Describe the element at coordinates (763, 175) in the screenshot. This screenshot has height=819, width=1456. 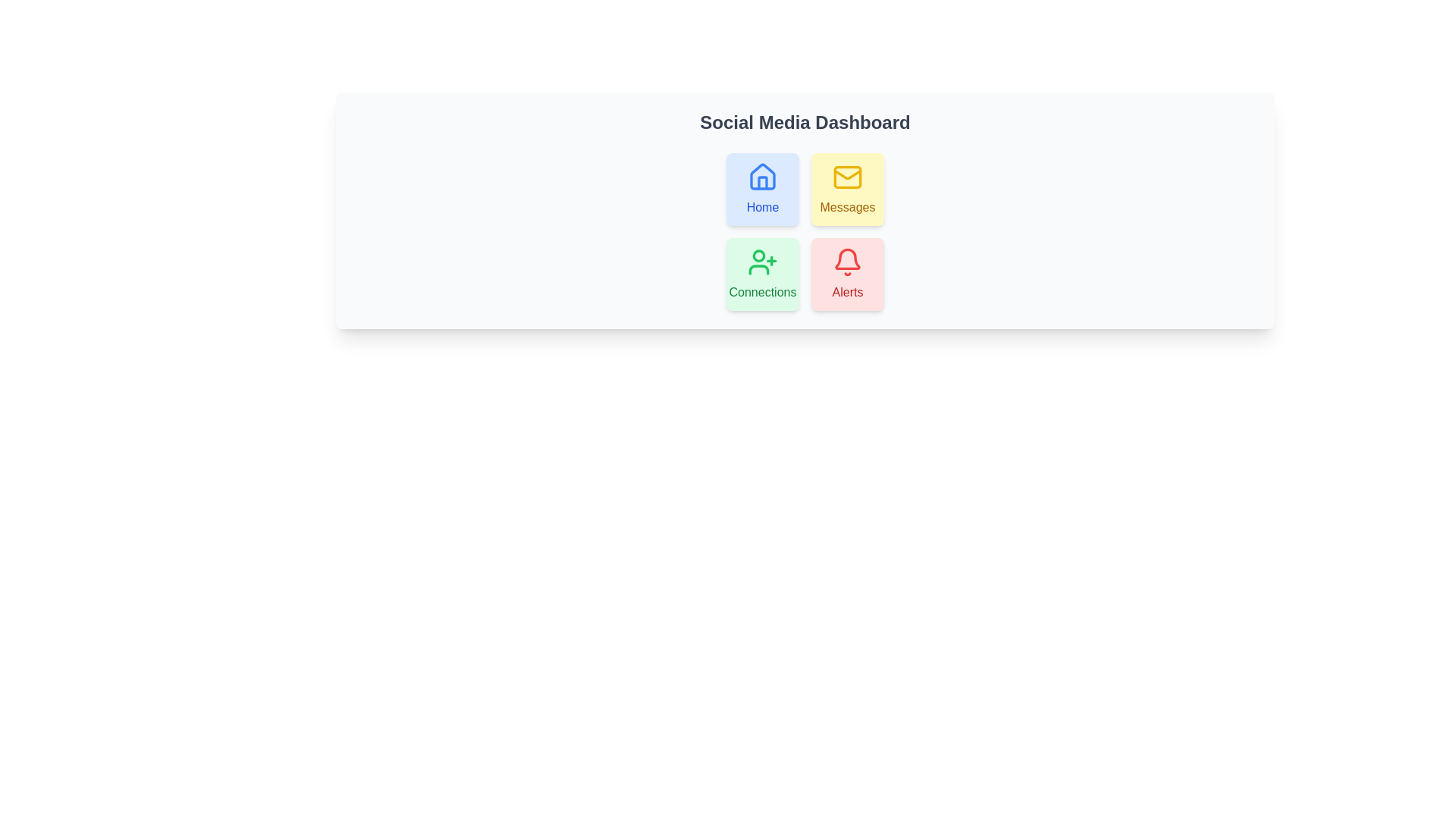
I see `the home icon located in the top-left quadrant of the dashboard section, which serves as a link to the homepage or dashboard overview` at that location.